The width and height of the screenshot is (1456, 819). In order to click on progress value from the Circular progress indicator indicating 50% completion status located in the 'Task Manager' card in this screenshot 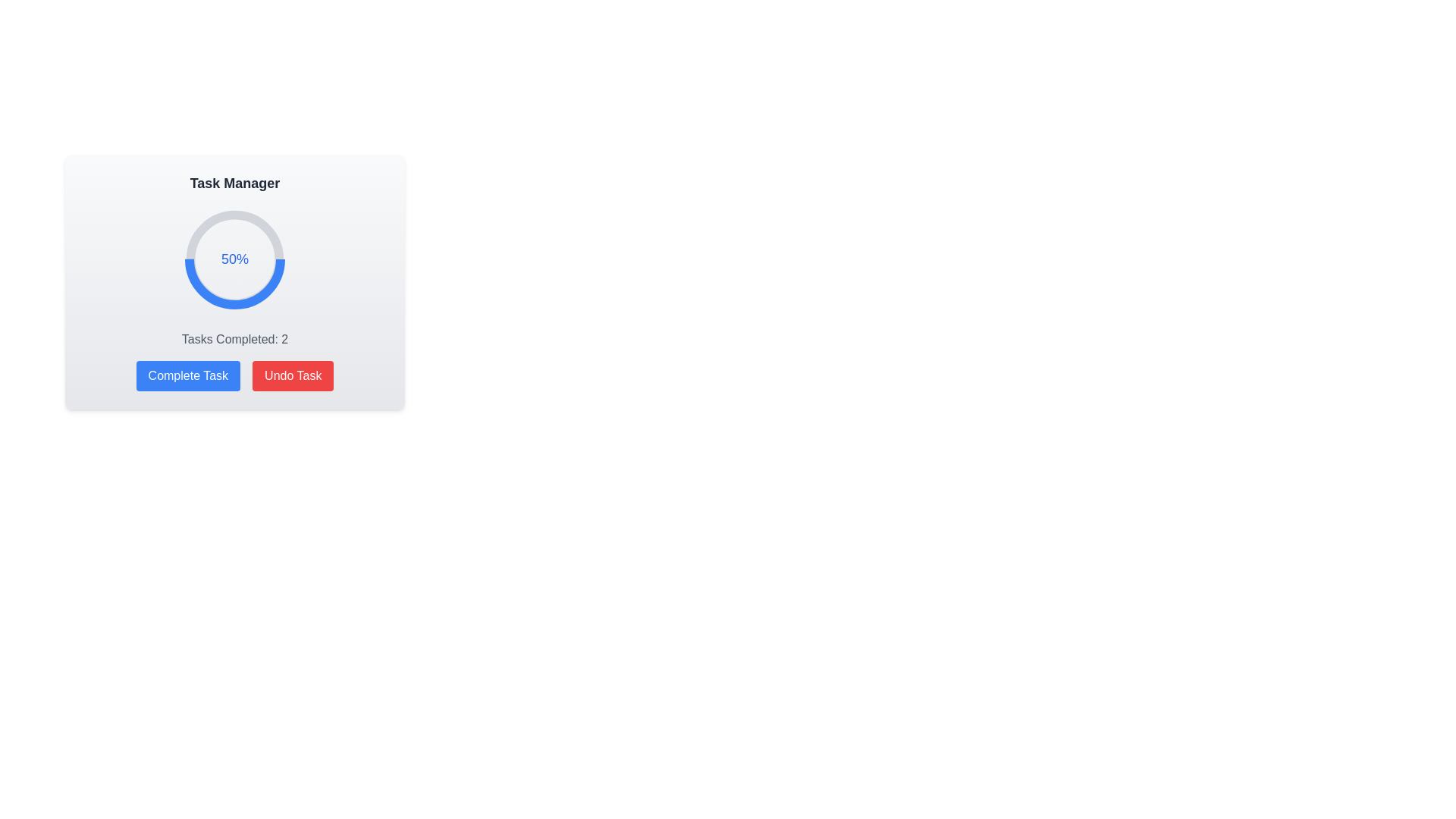, I will do `click(234, 259)`.